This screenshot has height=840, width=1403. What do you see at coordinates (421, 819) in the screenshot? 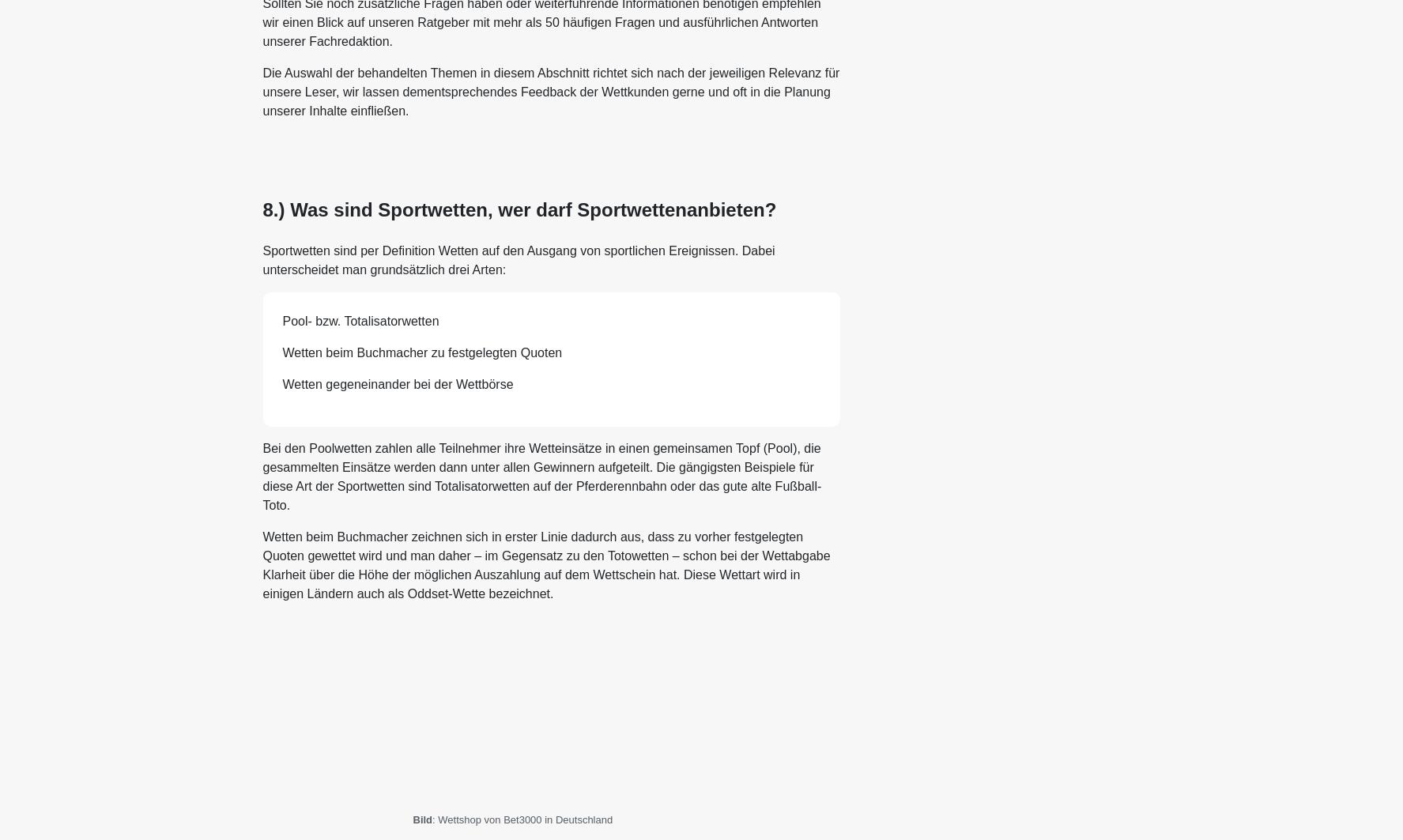
I see `'Bild'` at bounding box center [421, 819].